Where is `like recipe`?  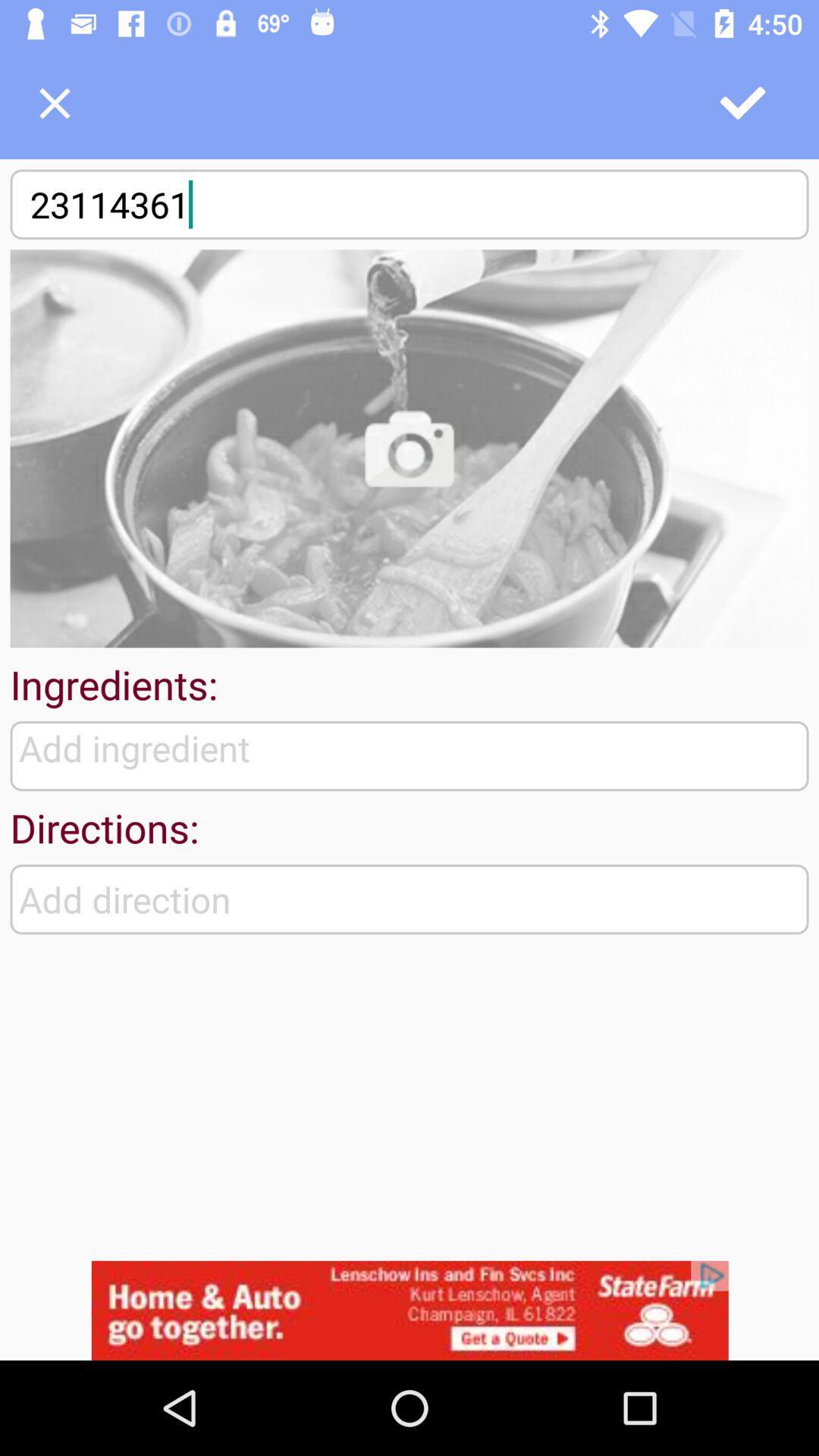 like recipe is located at coordinates (743, 102).